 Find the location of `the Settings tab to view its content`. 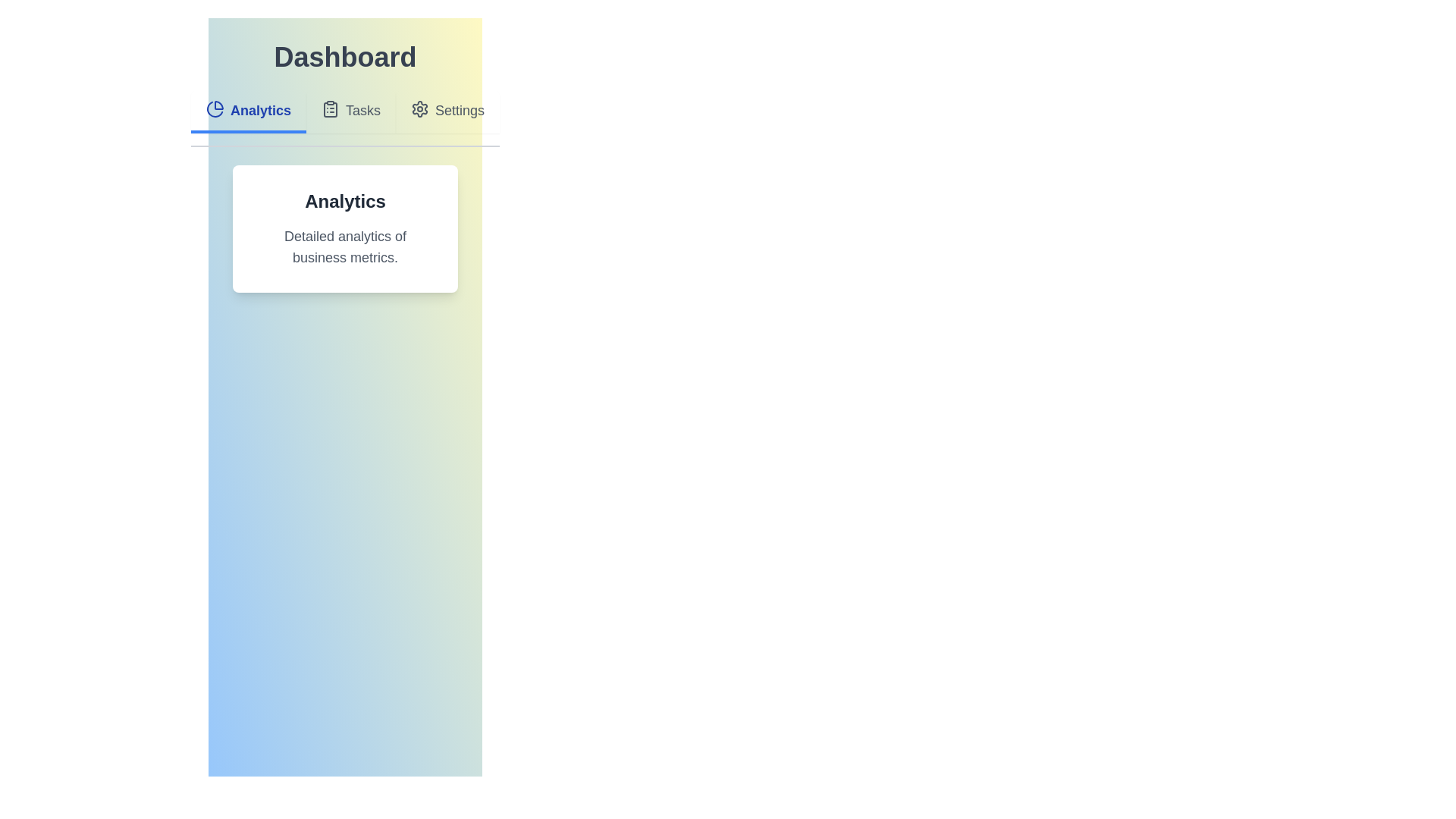

the Settings tab to view its content is located at coordinates (447, 111).